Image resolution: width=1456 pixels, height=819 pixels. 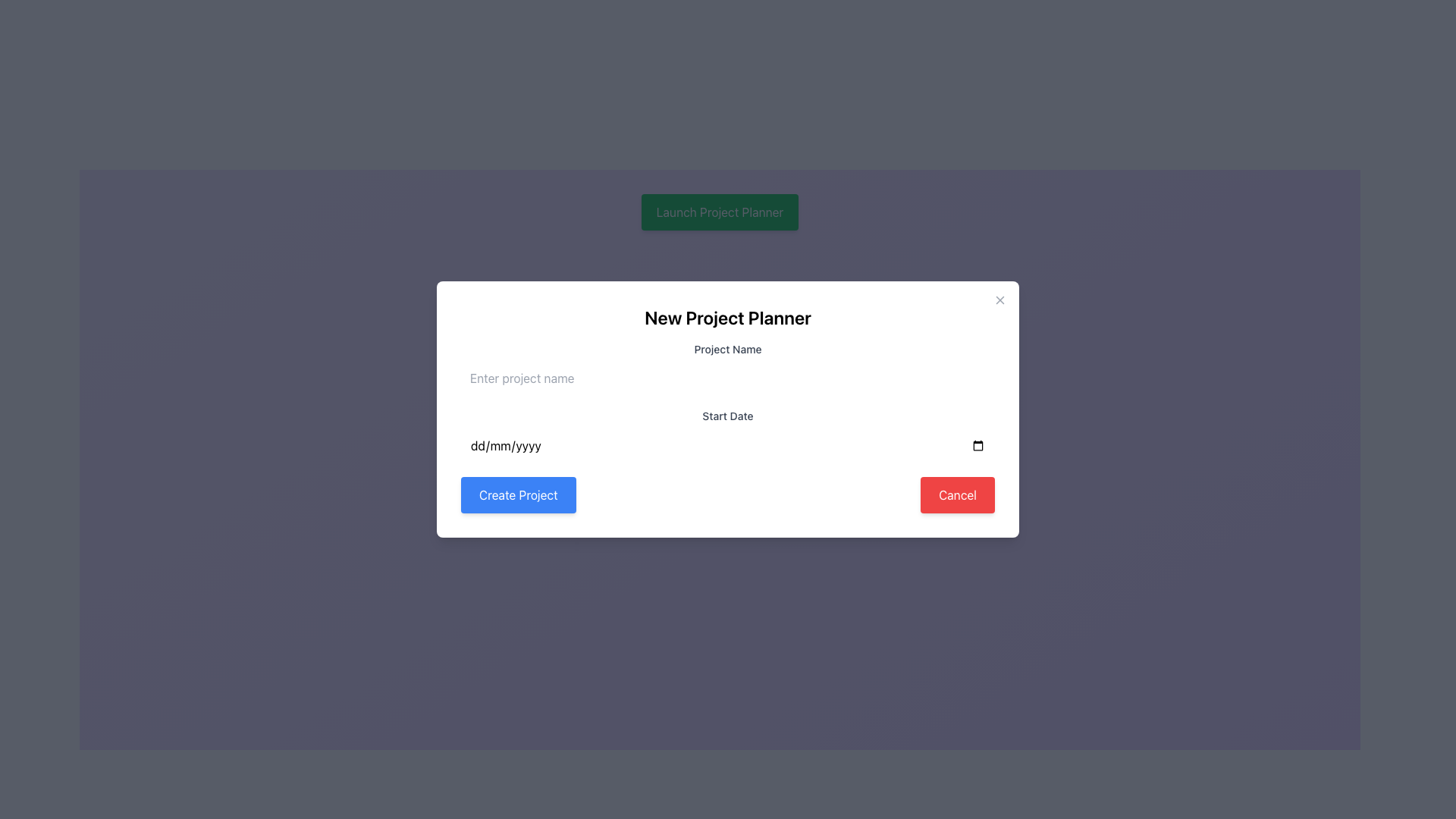 I want to click on the label indicating the start date for the project in the 'New Project Planner' form modal, which is positioned above the date input field and centered horizontally within the modal, so click(x=728, y=416).